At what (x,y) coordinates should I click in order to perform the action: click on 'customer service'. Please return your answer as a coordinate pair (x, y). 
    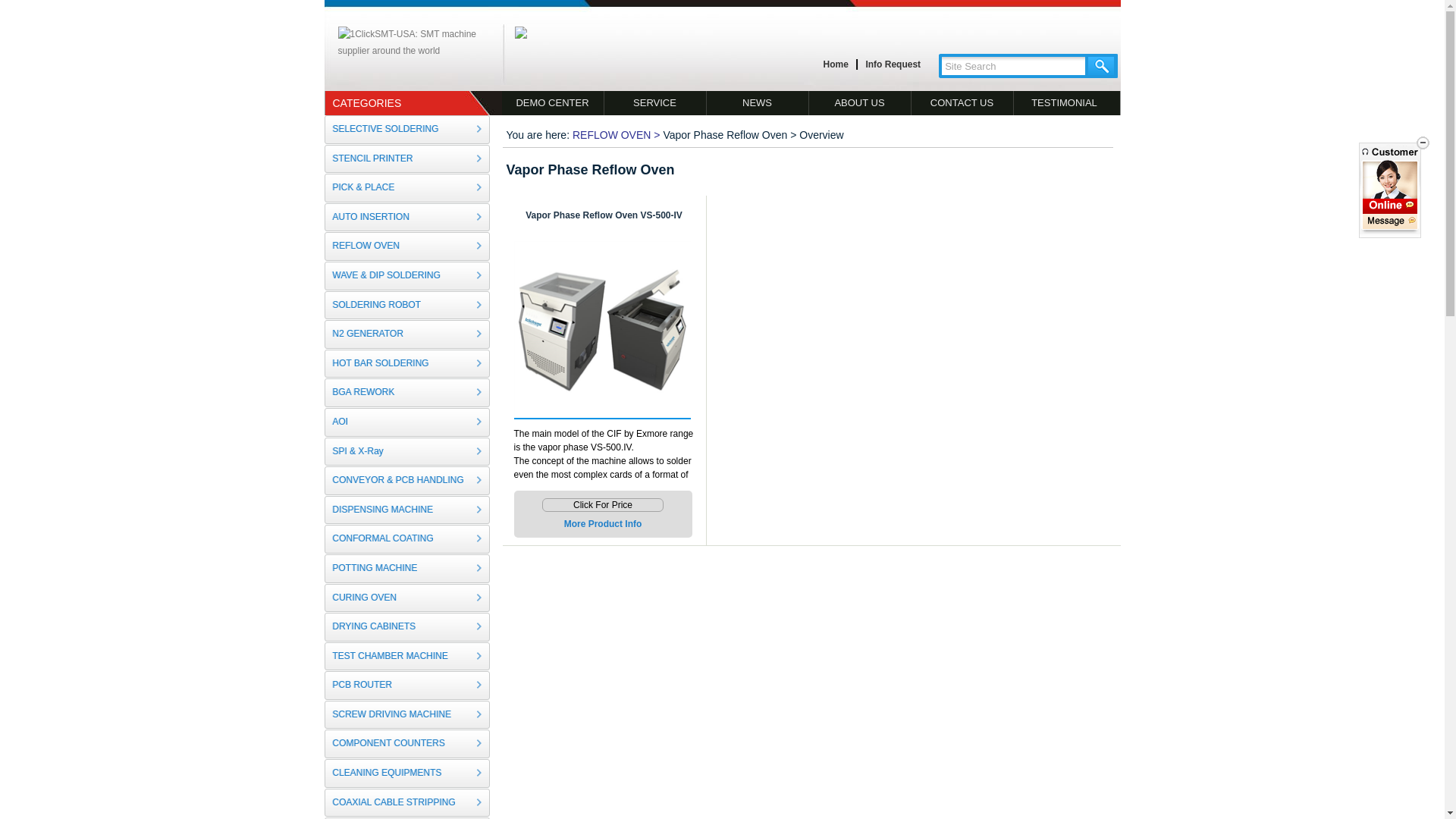
    Looking at the image, I should click on (1390, 221).